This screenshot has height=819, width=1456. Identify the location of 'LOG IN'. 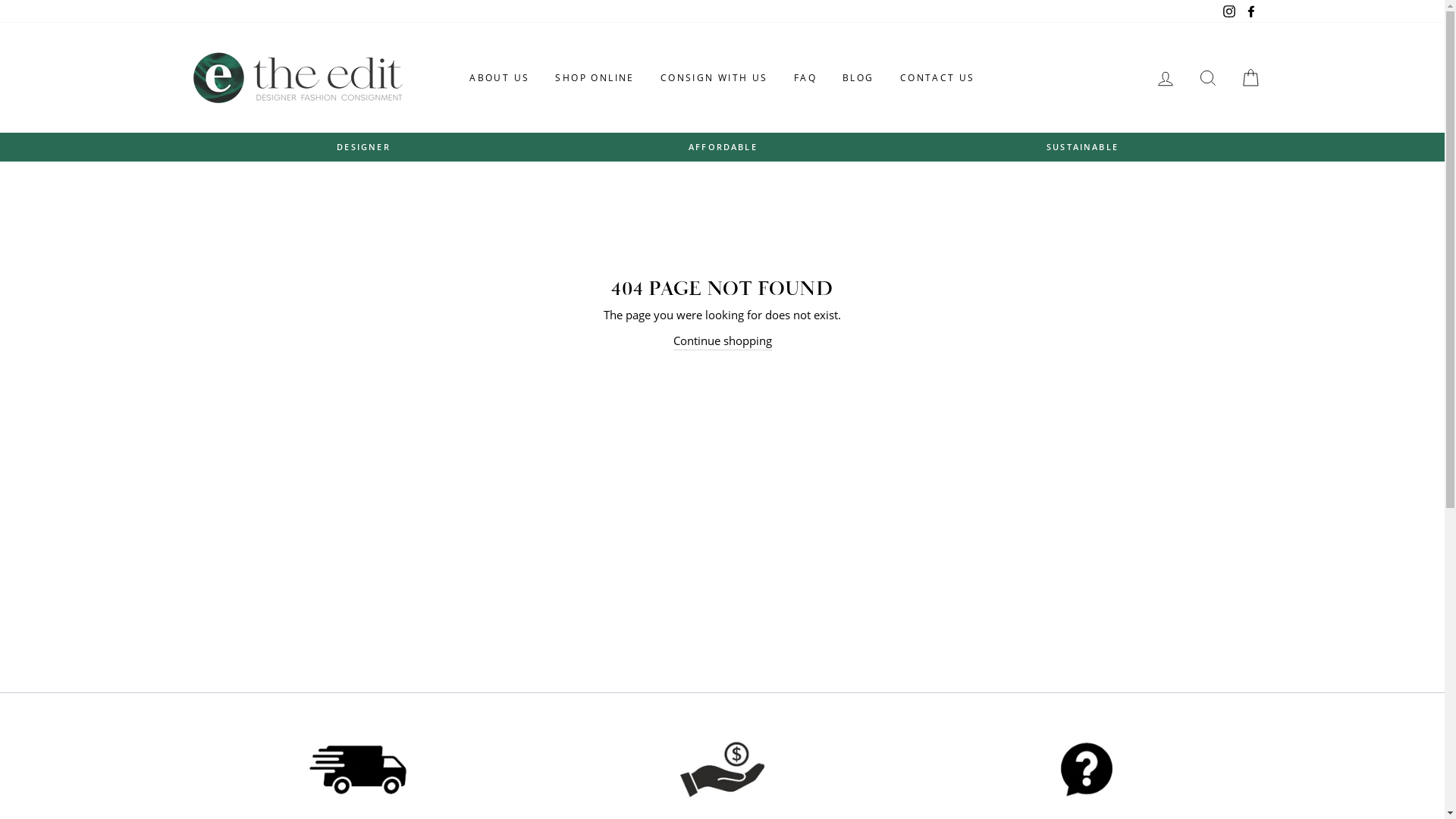
(1164, 77).